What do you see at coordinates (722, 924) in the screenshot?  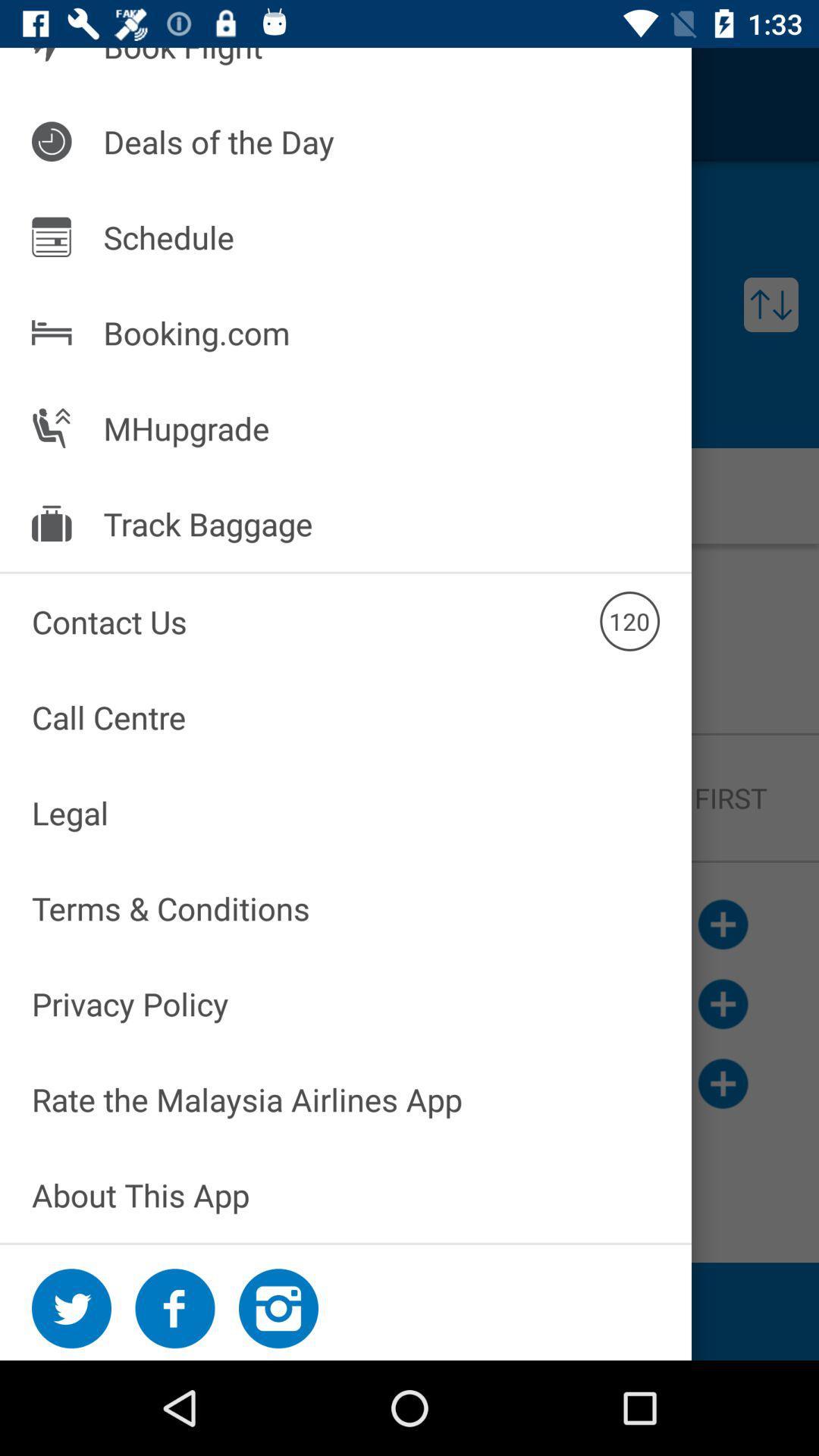 I see `the add icon` at bounding box center [722, 924].